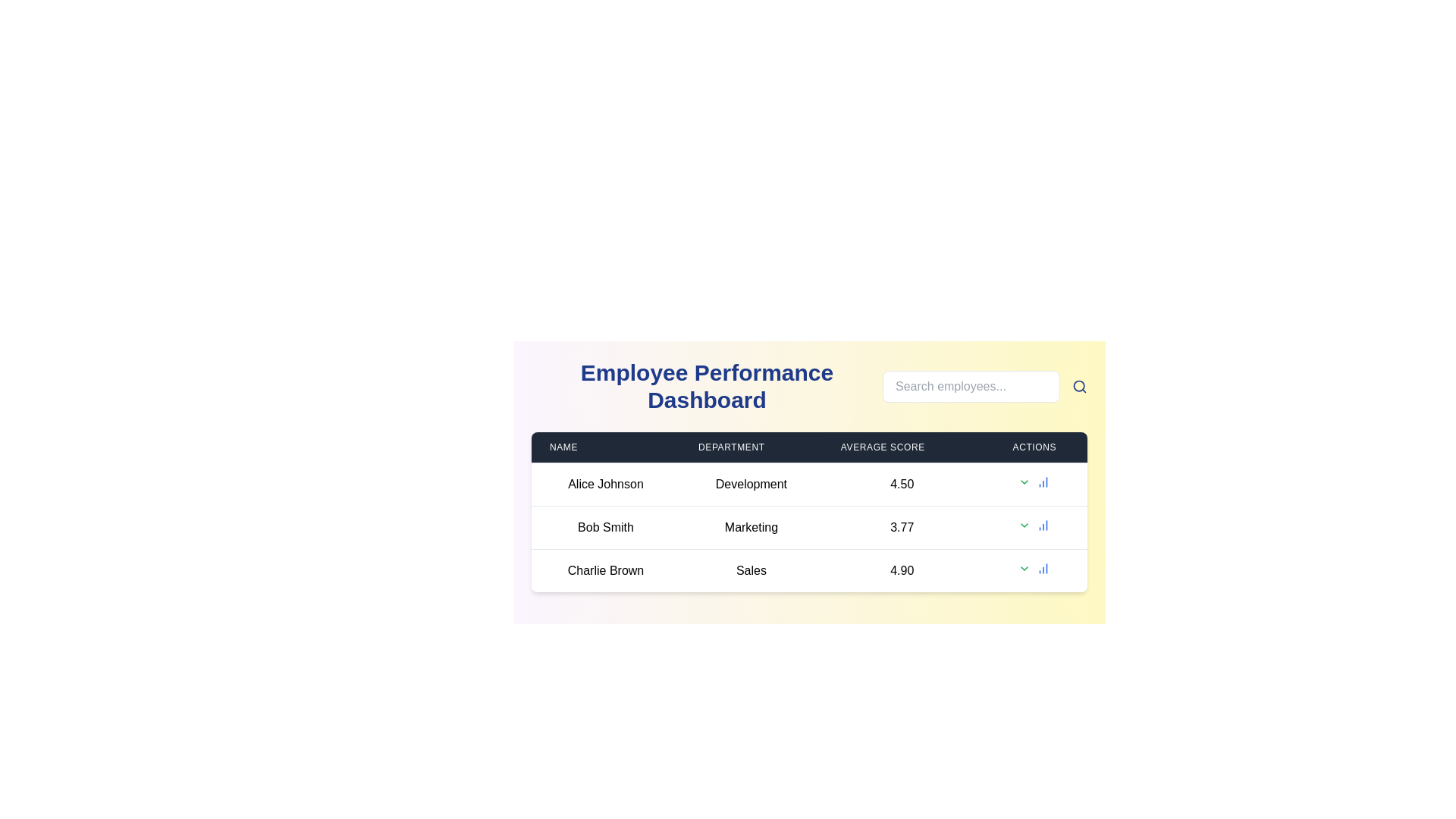 Image resolution: width=1456 pixels, height=819 pixels. I want to click on the blue bar chart icon in the employee performance table under the 'Actions' header to trigger the hover effect, so click(1043, 568).